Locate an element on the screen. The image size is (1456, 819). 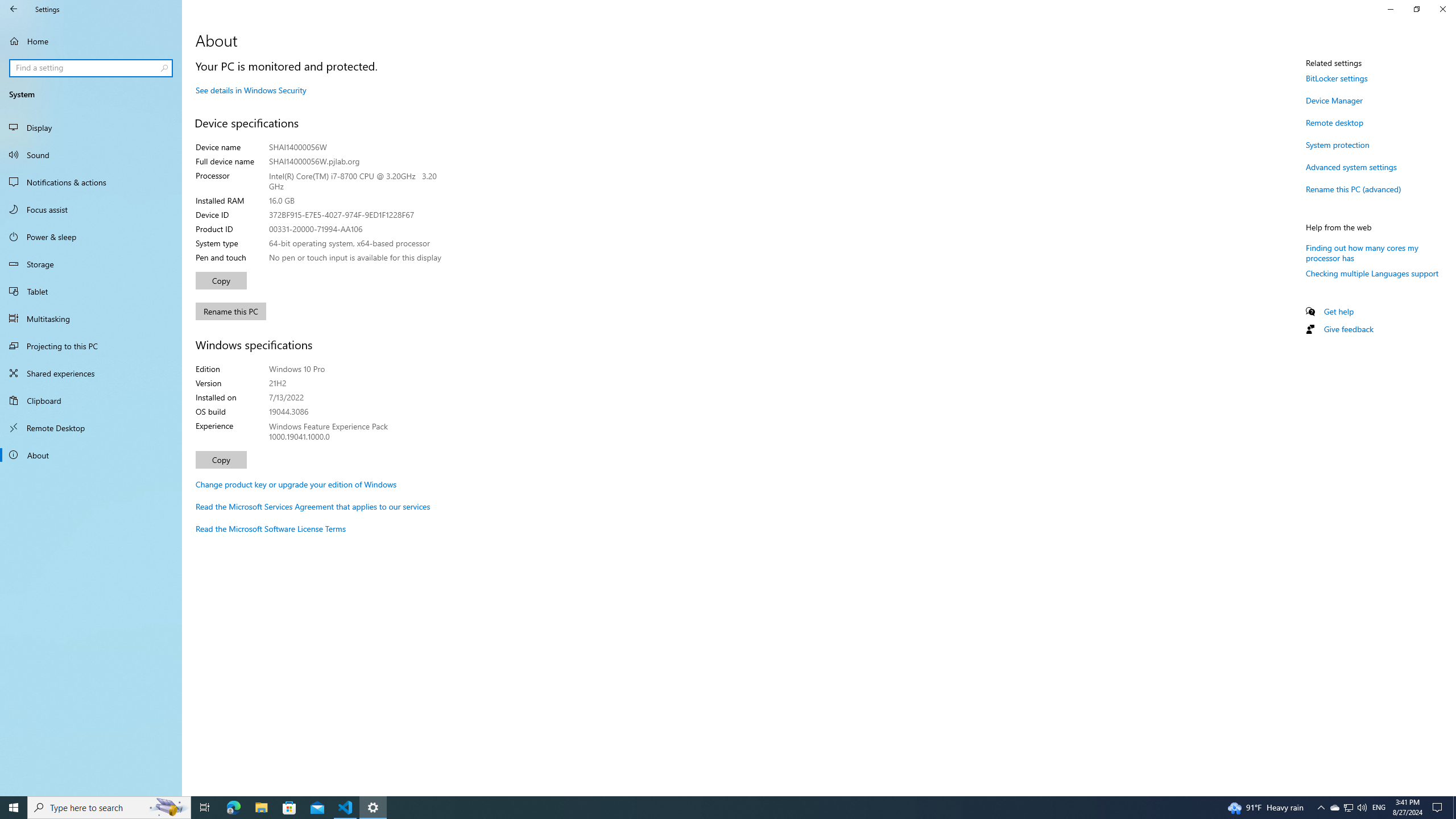
'Advanced system settings' is located at coordinates (1350, 166).